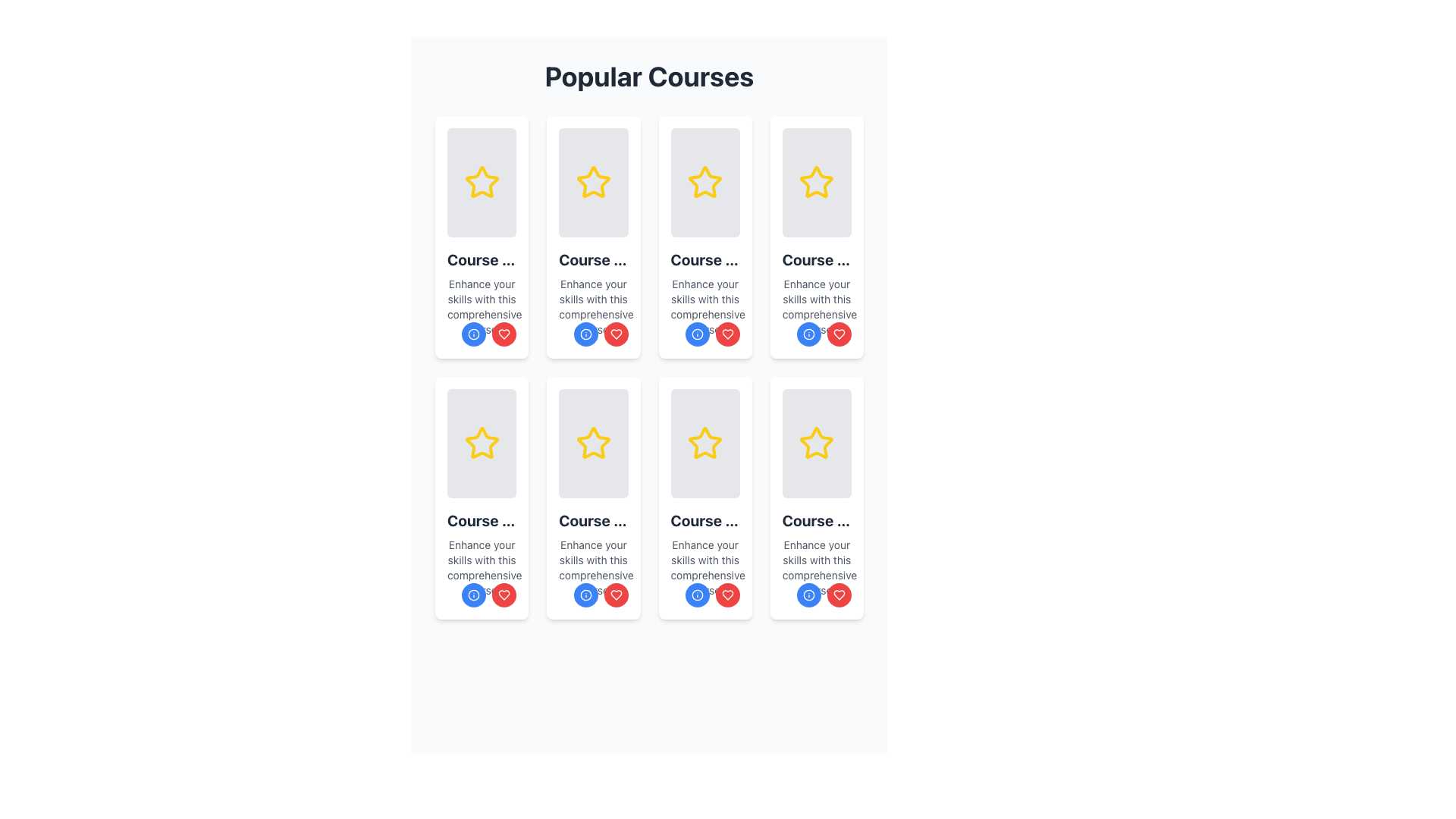  I want to click on the yellow star icon in the first row and third column of the course cards grid, so click(704, 181).